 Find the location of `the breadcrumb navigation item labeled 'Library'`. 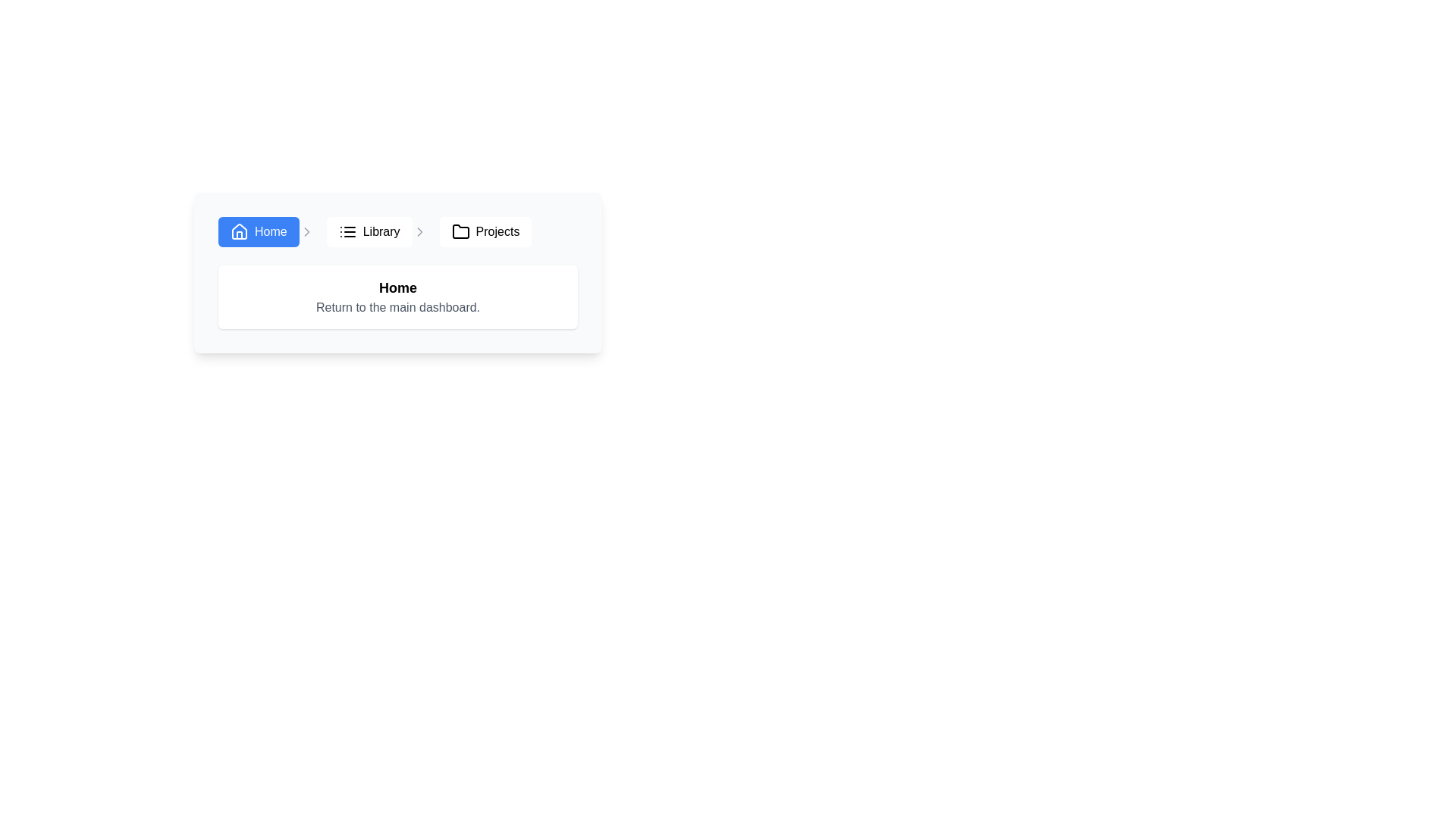

the breadcrumb navigation item labeled 'Library' is located at coordinates (377, 231).